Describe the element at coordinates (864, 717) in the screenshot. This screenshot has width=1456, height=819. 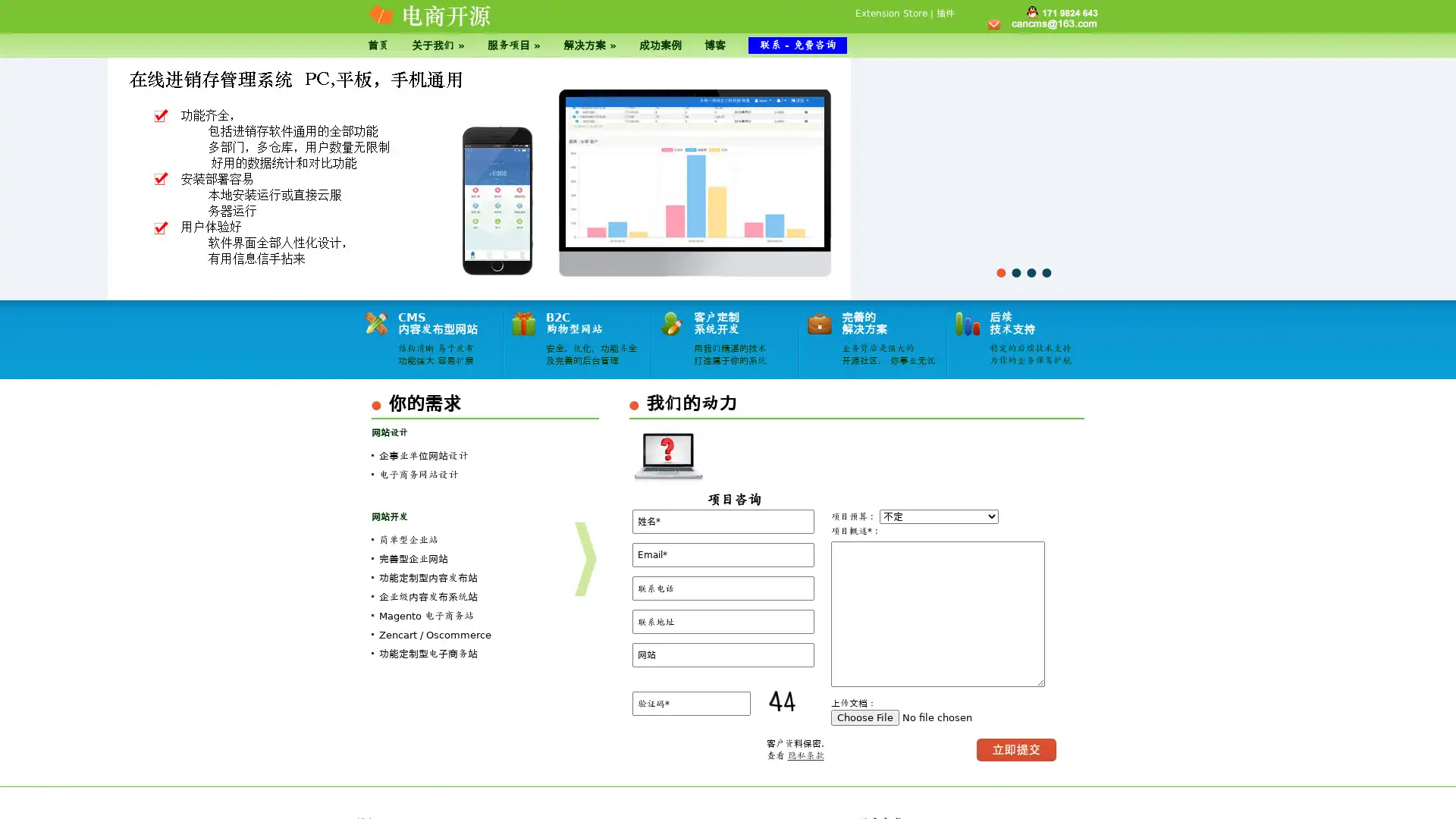
I see `Choose File` at that location.